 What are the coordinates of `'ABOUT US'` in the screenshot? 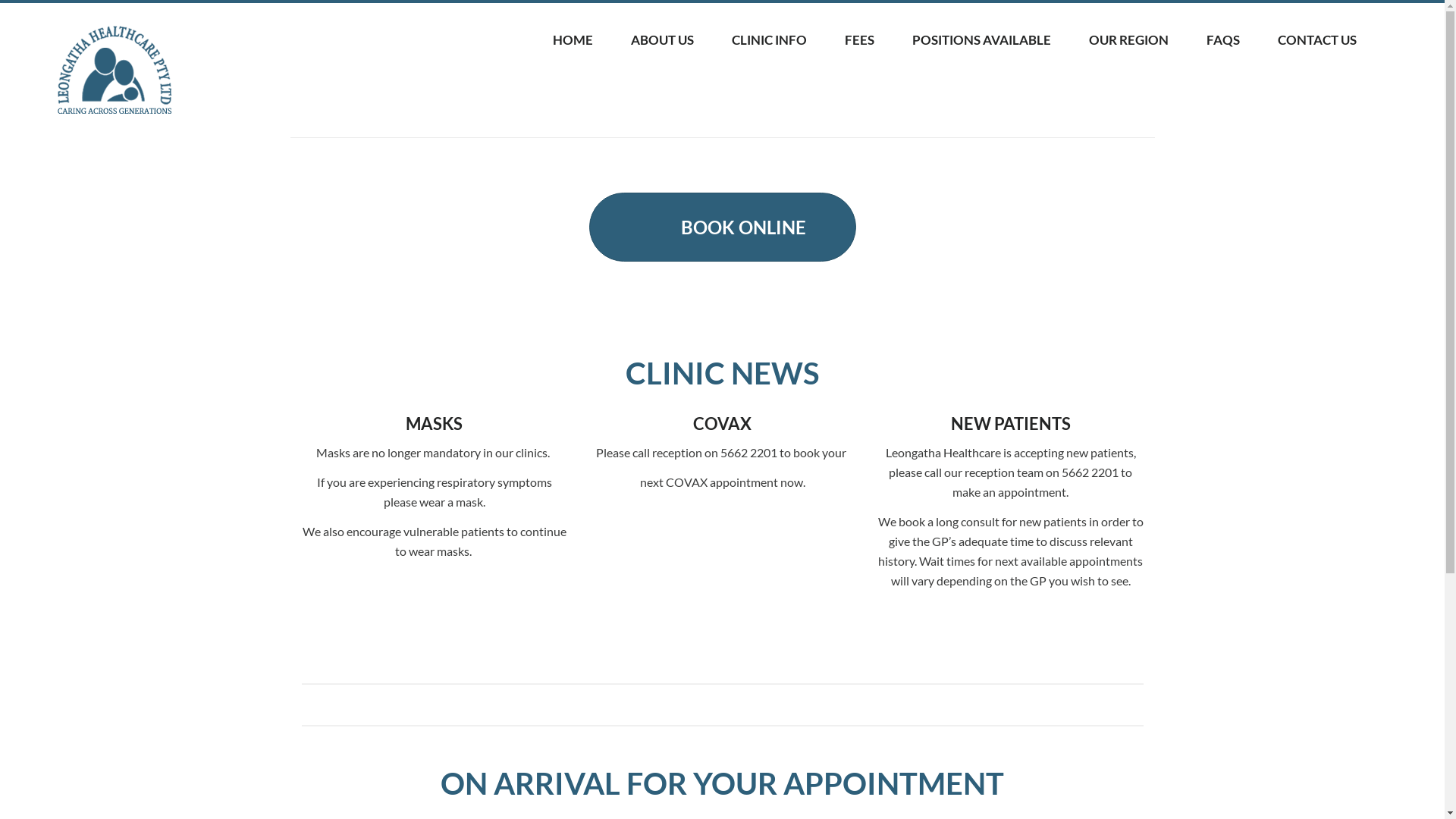 It's located at (662, 39).